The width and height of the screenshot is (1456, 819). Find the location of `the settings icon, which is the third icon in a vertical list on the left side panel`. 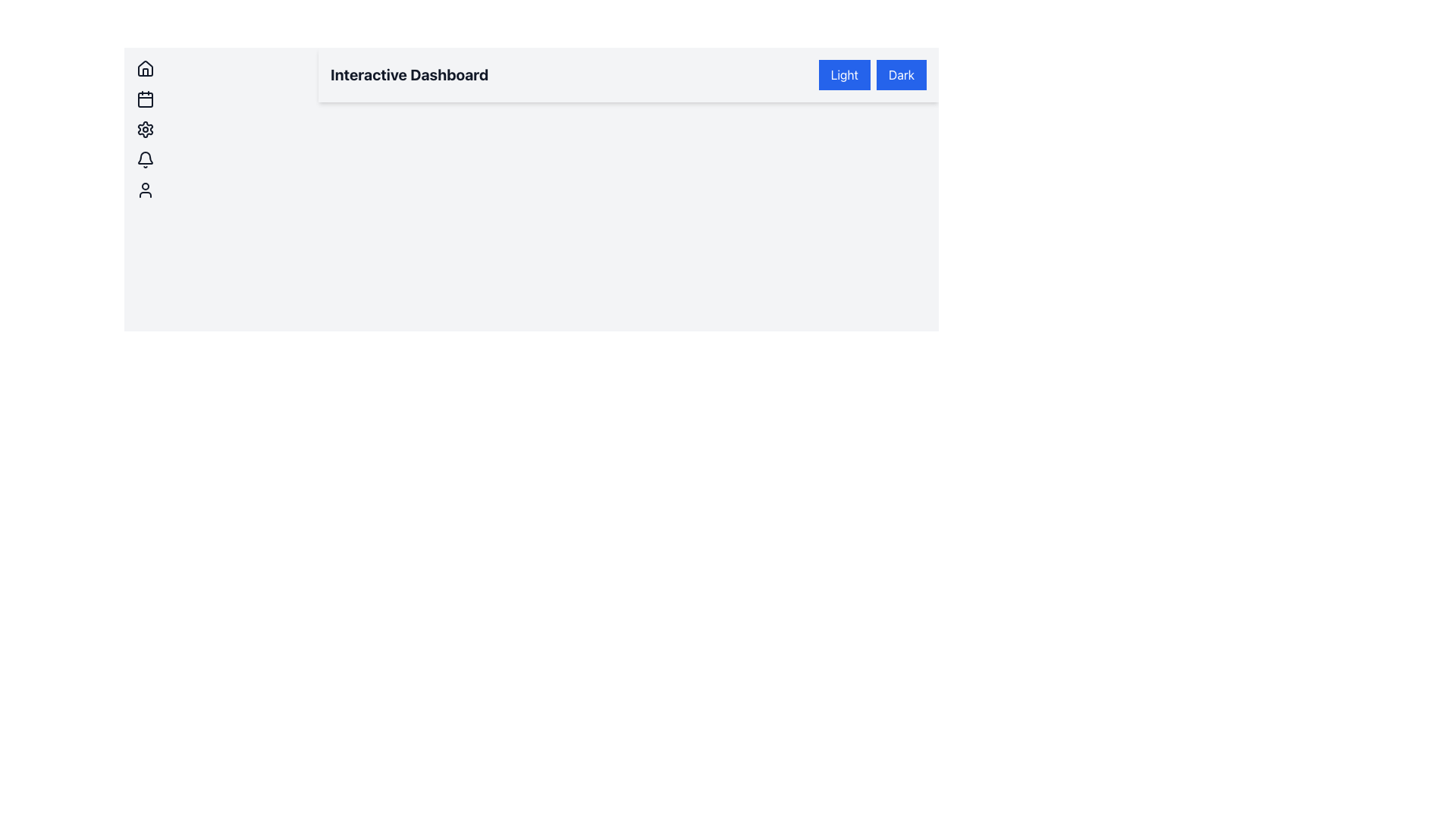

the settings icon, which is the third icon in a vertical list on the left side panel is located at coordinates (146, 128).